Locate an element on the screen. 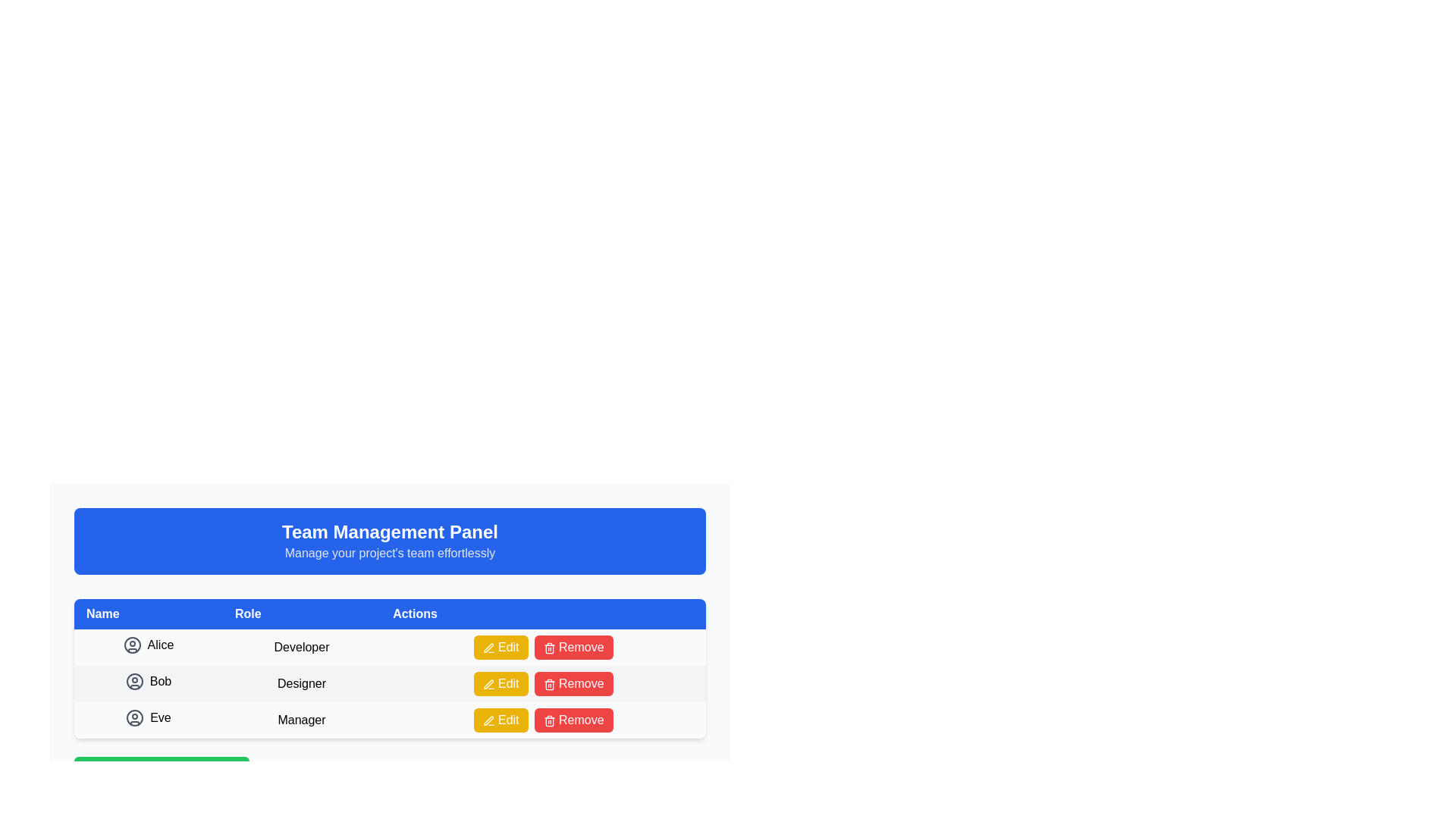 The height and width of the screenshot is (819, 1456). the label with the name 'Eve' which is represented by a user icon in the 'Name' column of the third row of the table is located at coordinates (148, 717).